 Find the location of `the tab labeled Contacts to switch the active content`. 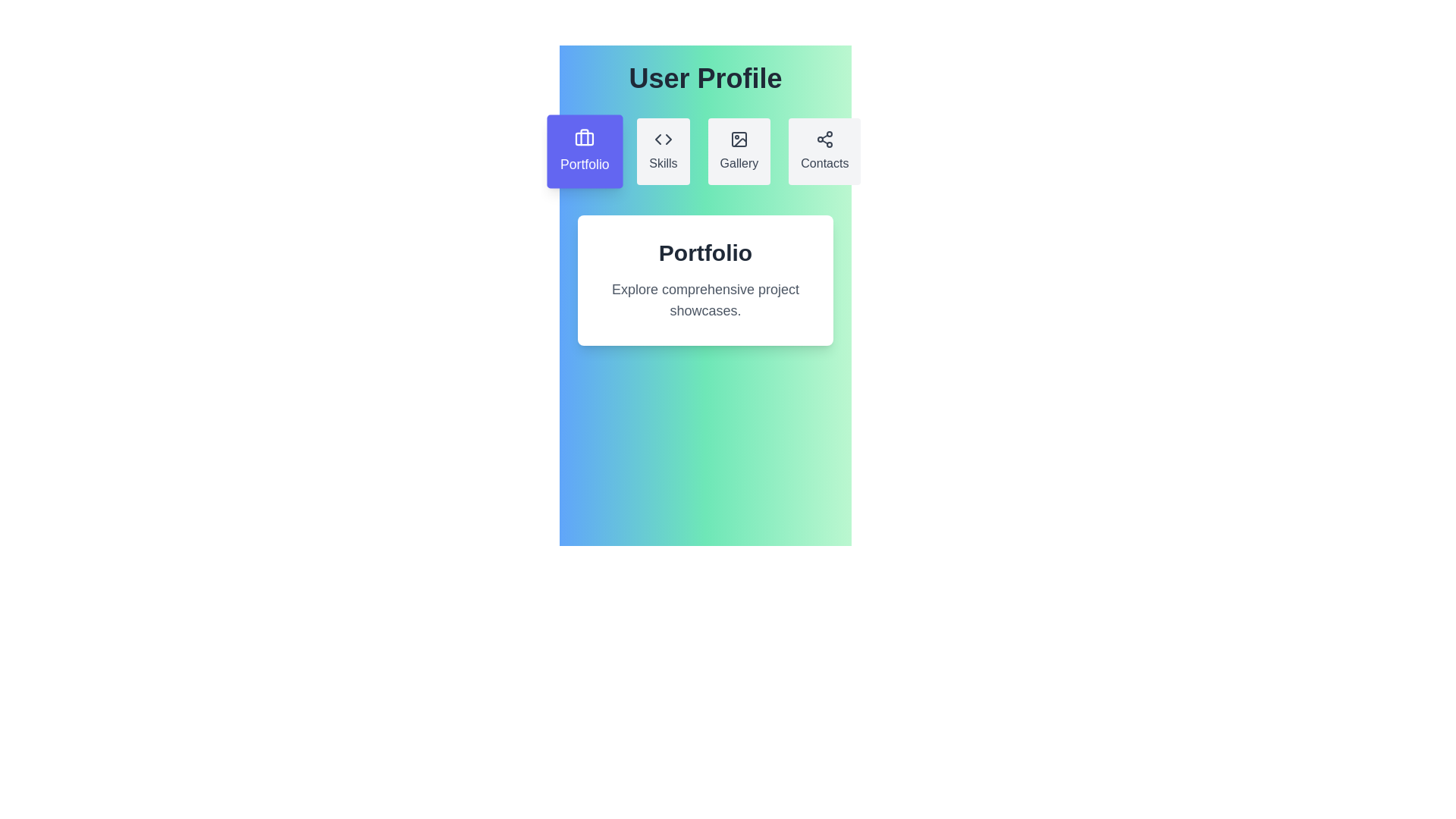

the tab labeled Contacts to switch the active content is located at coordinates (824, 152).